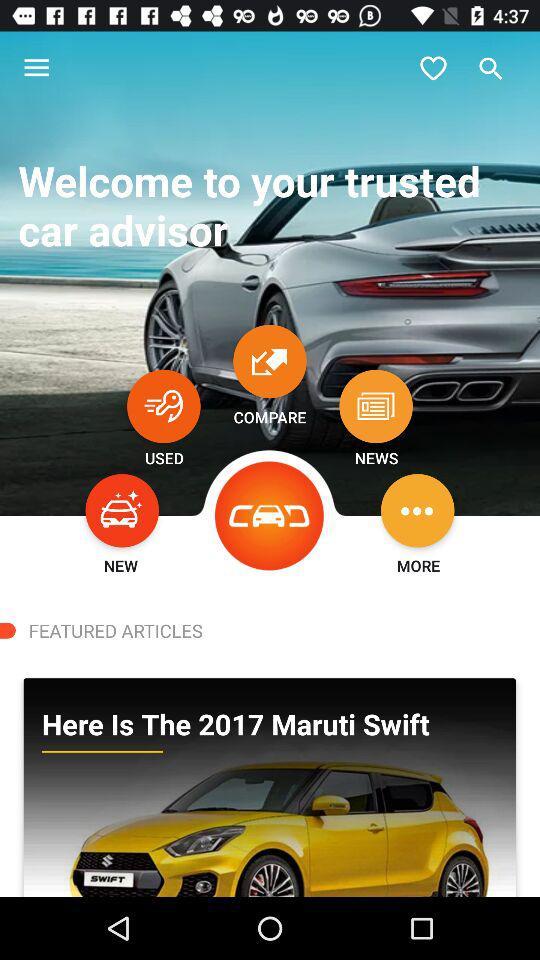 The height and width of the screenshot is (960, 540). What do you see at coordinates (162, 405) in the screenshot?
I see `the icon below welcome to your item` at bounding box center [162, 405].